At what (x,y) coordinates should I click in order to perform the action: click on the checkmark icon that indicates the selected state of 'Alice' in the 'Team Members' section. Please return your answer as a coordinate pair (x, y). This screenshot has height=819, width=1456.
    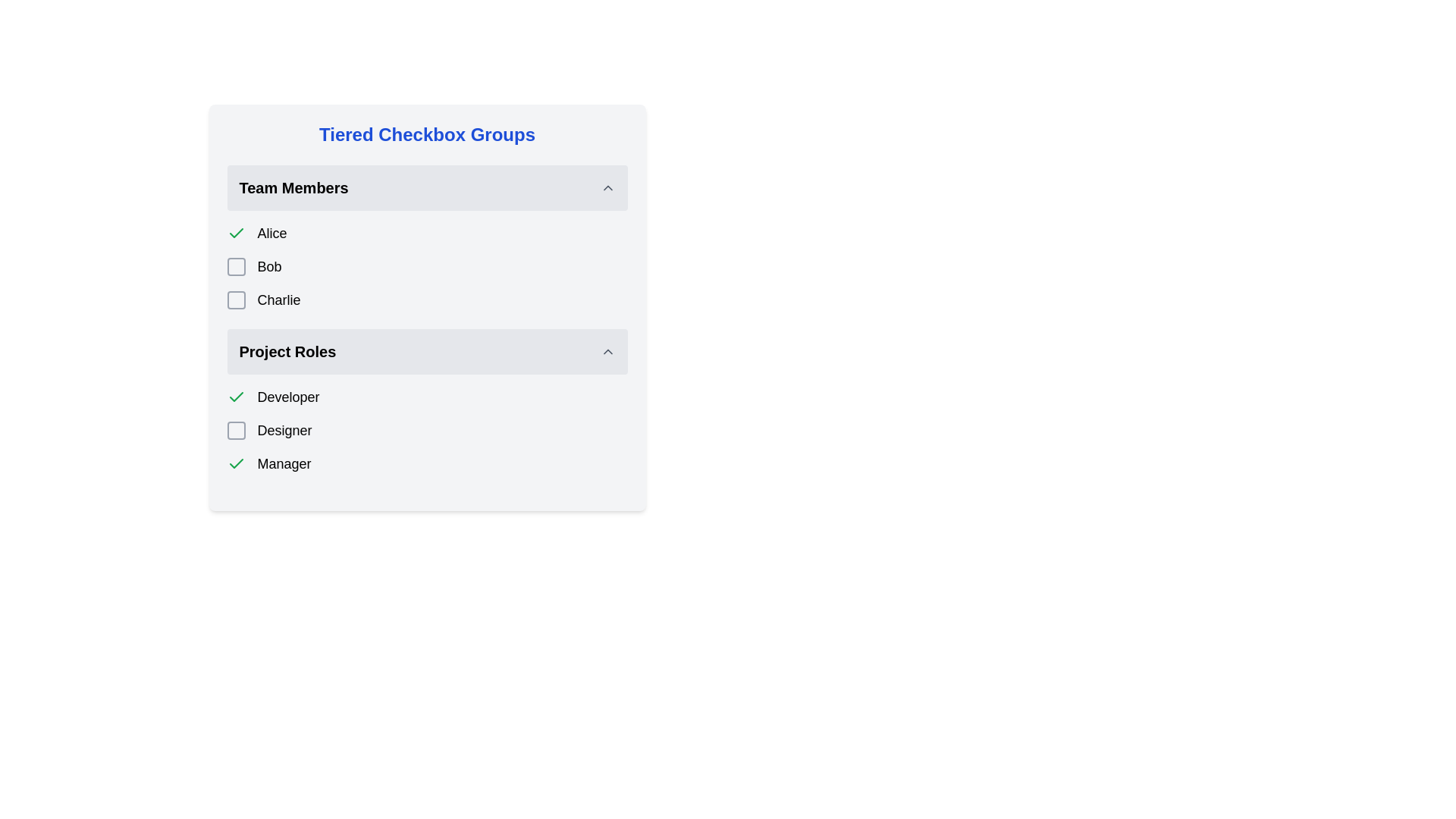
    Looking at the image, I should click on (235, 234).